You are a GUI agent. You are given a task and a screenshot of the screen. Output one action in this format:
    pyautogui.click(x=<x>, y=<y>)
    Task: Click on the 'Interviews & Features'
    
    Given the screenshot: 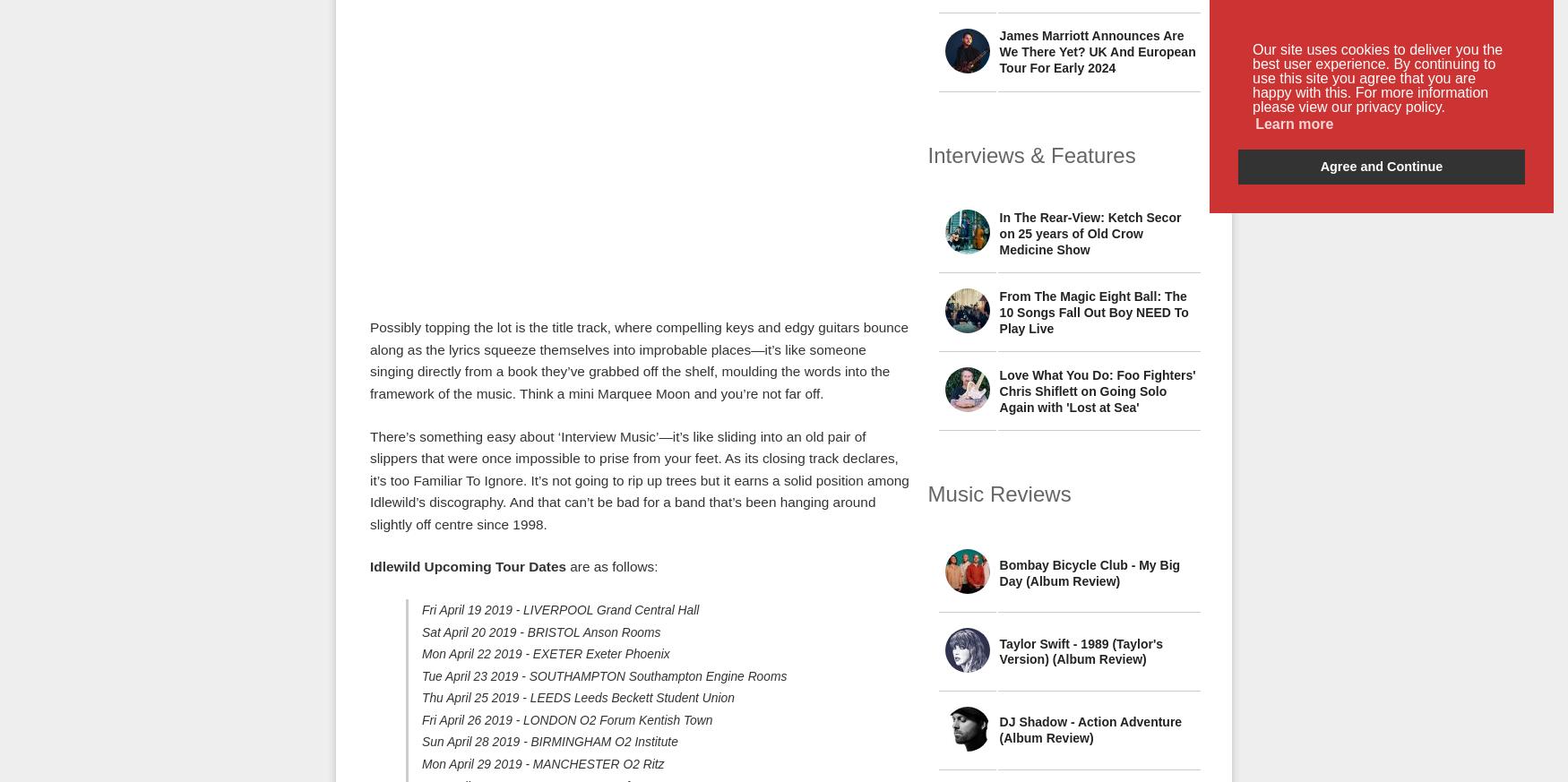 What is the action you would take?
    pyautogui.click(x=1030, y=154)
    